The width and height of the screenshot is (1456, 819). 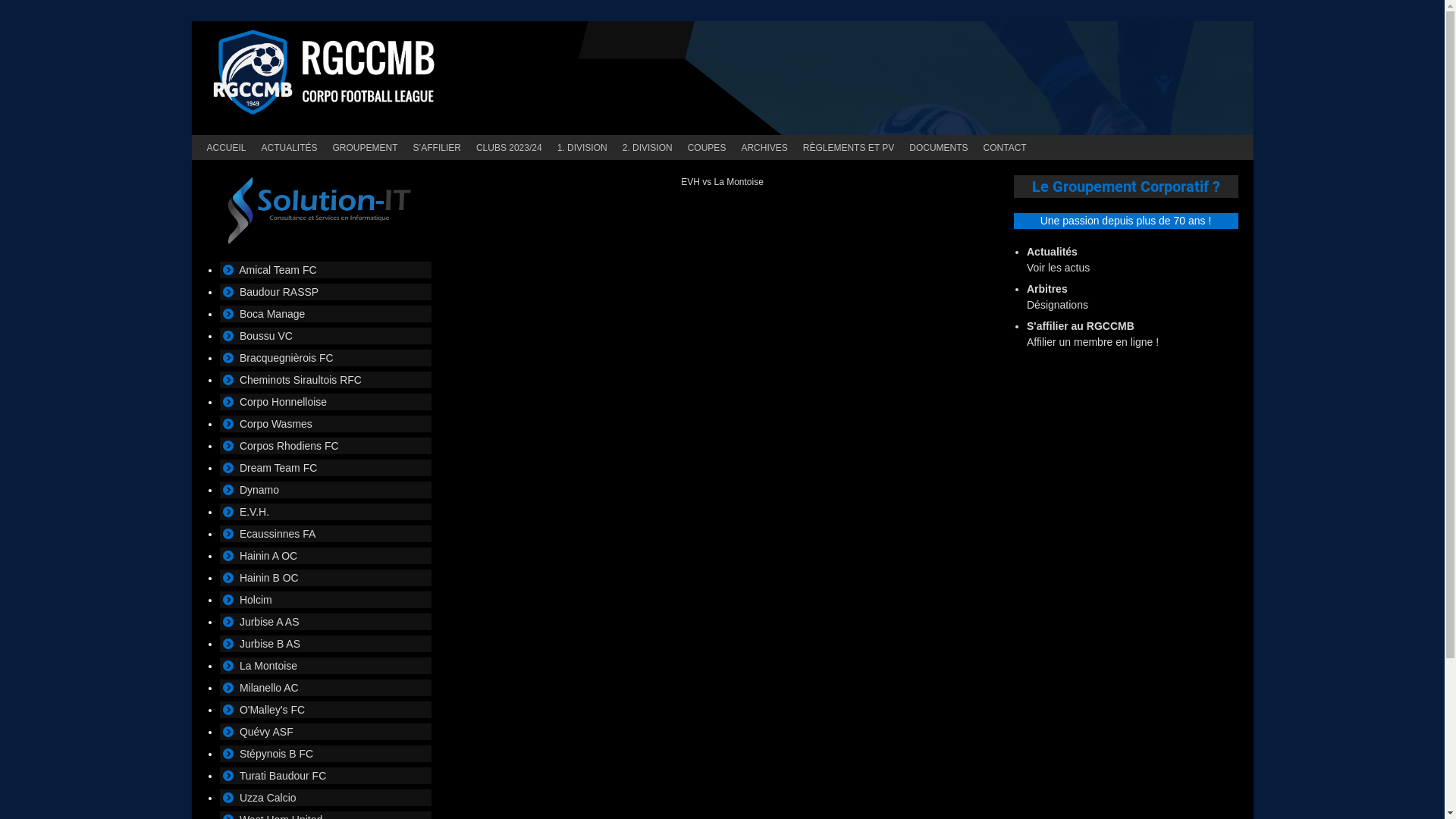 I want to click on 'Corpos Rhodiens FC', so click(x=289, y=444).